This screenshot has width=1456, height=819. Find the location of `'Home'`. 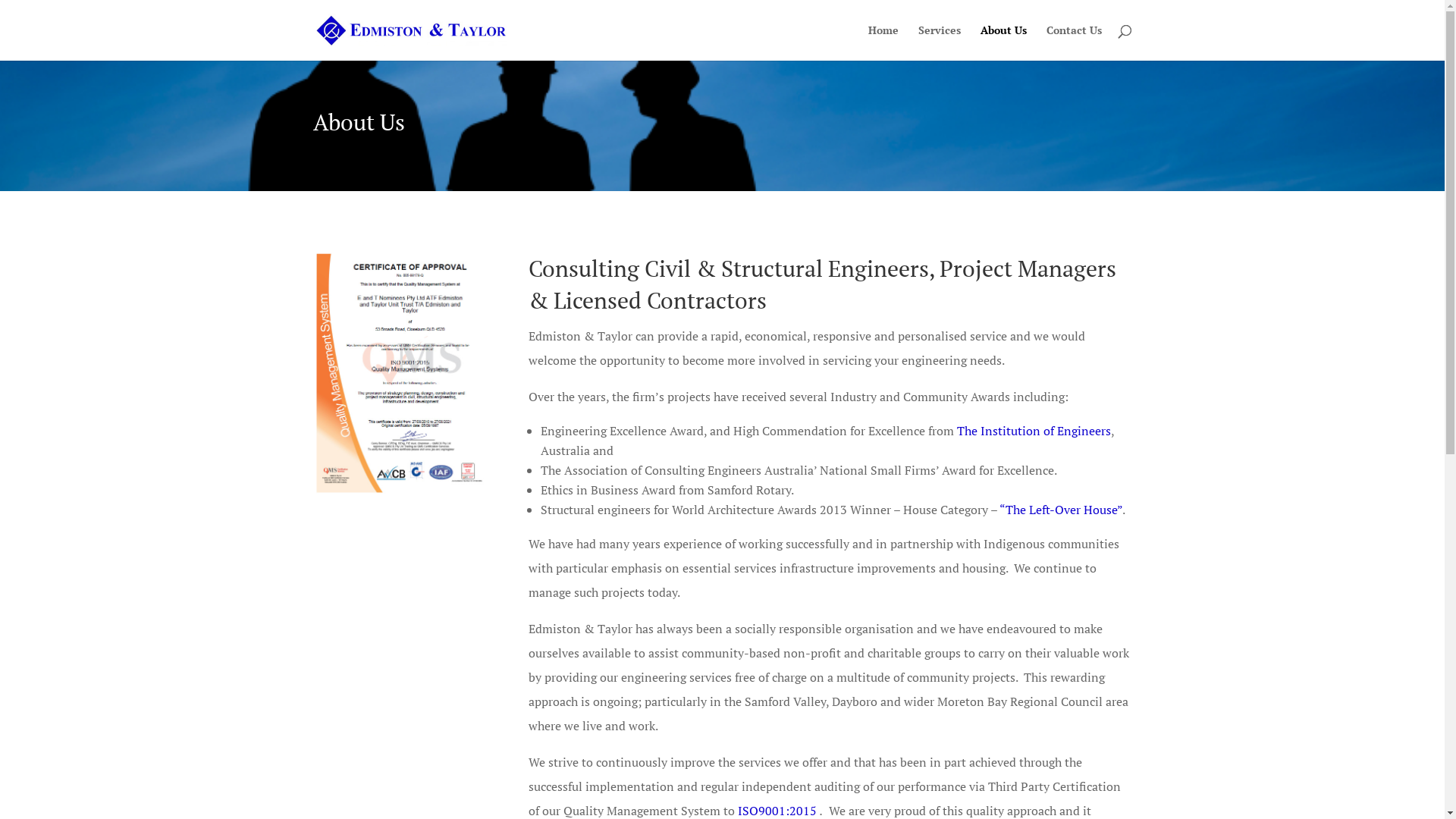

'Home' is located at coordinates (882, 42).